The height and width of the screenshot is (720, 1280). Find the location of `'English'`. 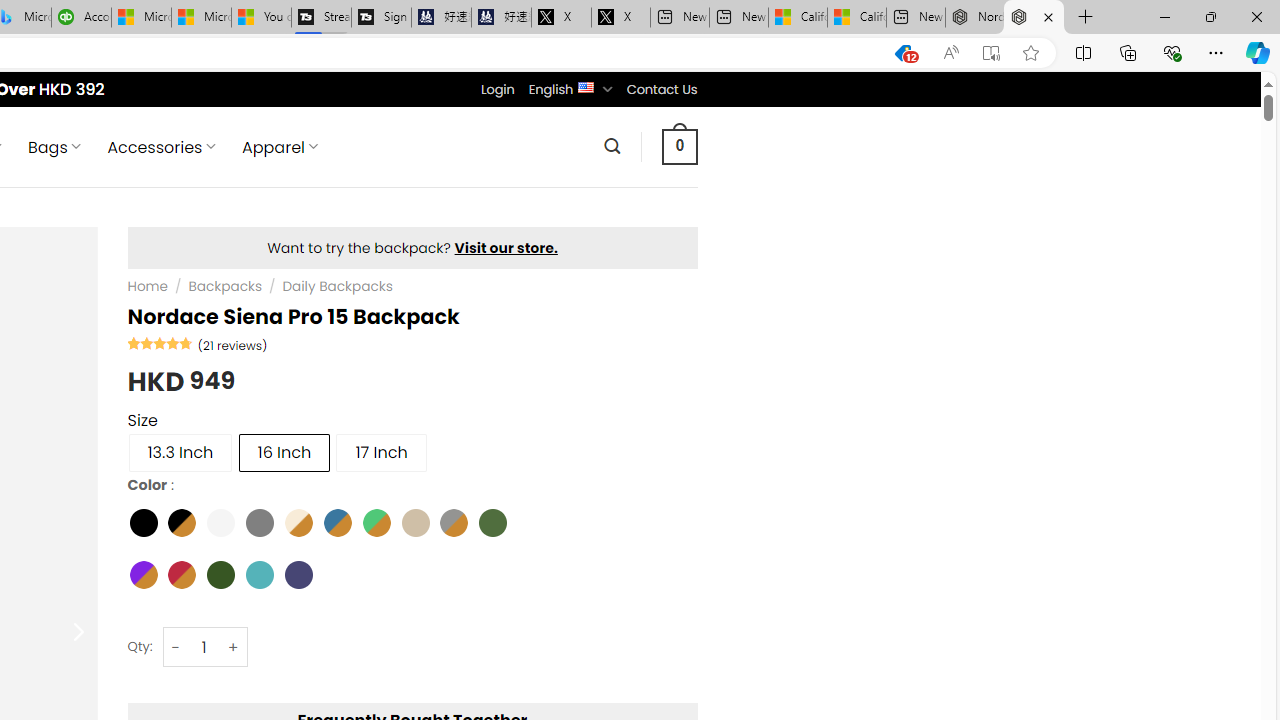

'English' is located at coordinates (585, 85).